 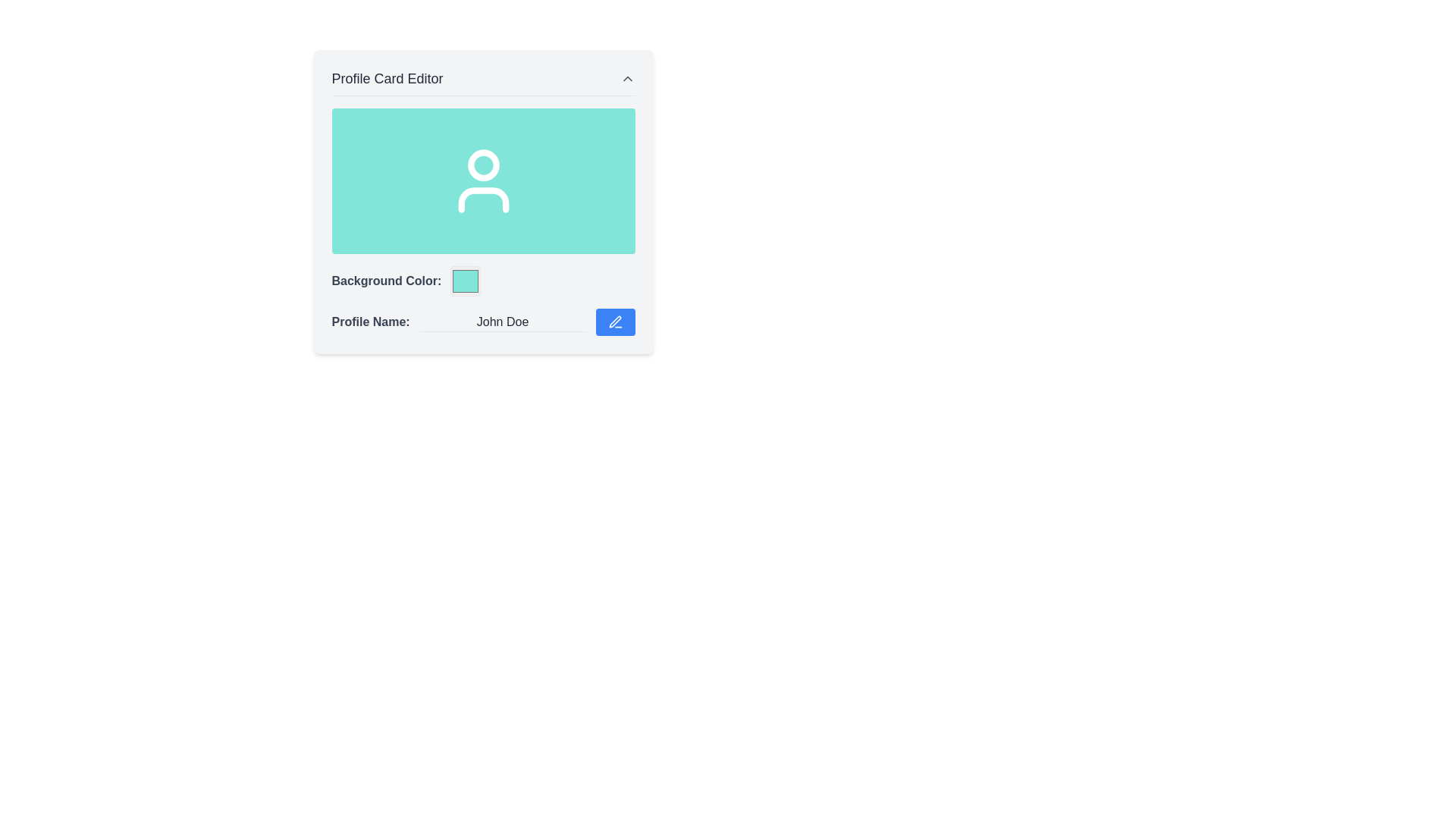 I want to click on the user silhouette icon, which is depicted in white with a circular head and torso on a light teal background, centered within the header section of the profile card component, so click(x=482, y=180).